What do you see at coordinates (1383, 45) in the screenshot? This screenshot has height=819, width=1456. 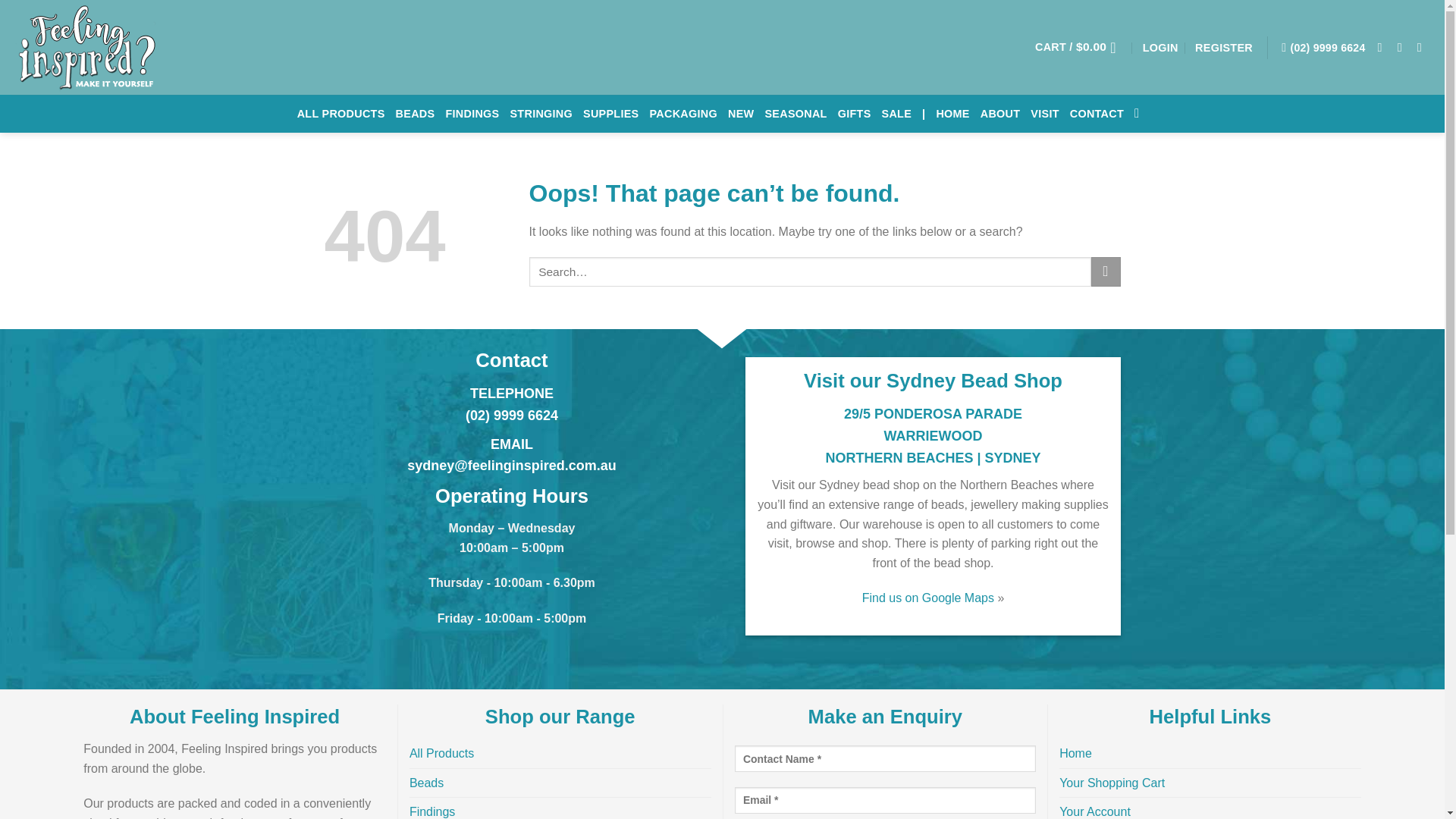 I see `'Follow on Facebook'` at bounding box center [1383, 45].